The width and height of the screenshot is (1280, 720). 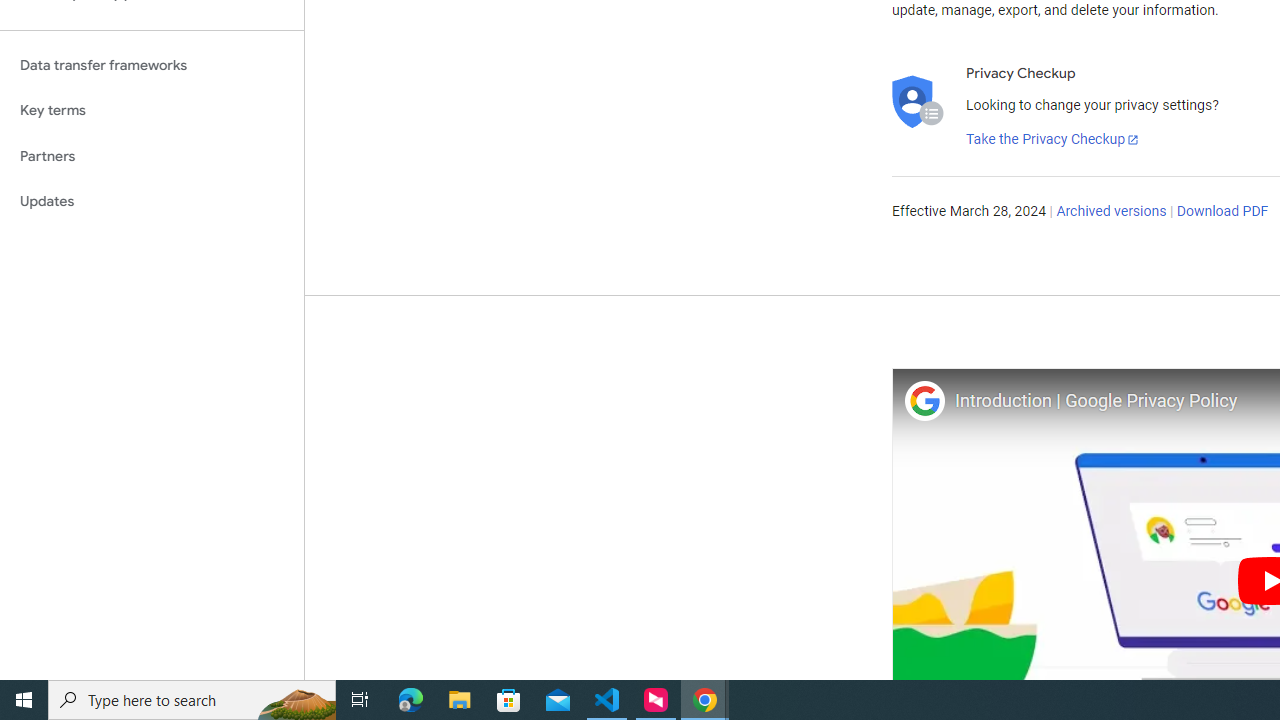 I want to click on 'Archived versions', so click(x=1110, y=212).